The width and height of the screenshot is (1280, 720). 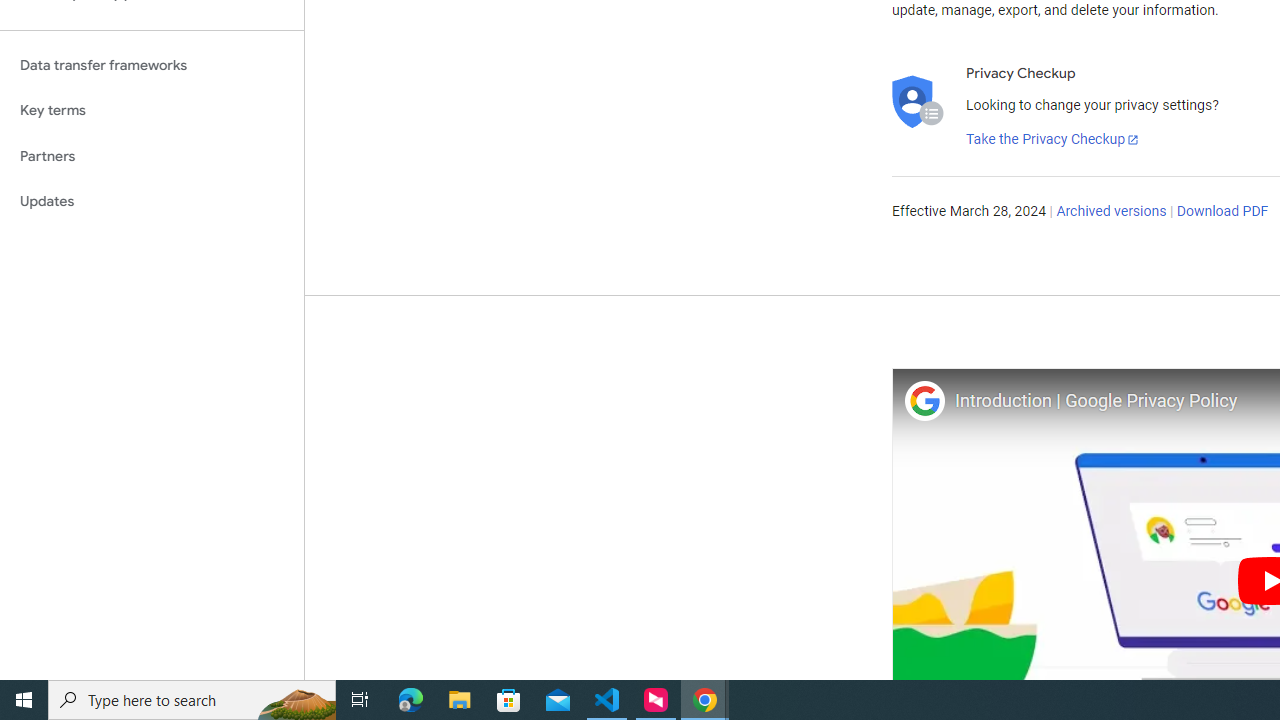 I want to click on 'Archived versions', so click(x=1110, y=212).